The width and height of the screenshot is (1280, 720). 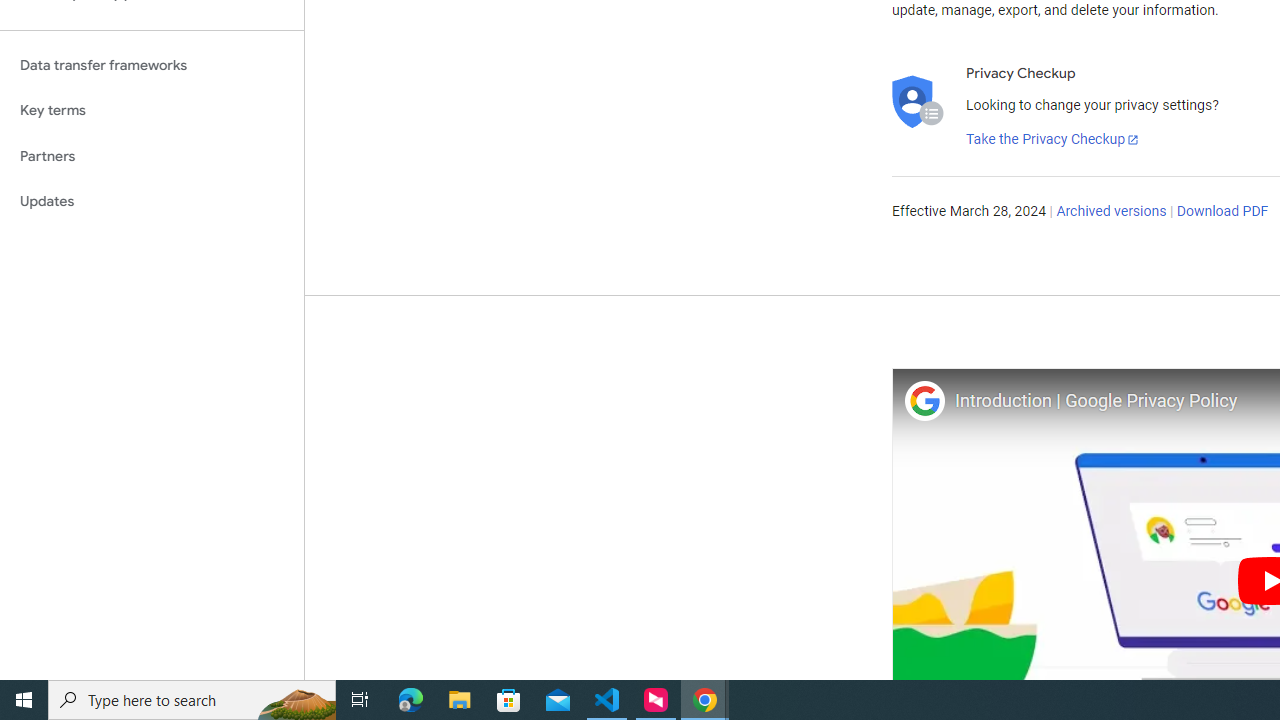 I want to click on 'Archived versions', so click(x=1110, y=212).